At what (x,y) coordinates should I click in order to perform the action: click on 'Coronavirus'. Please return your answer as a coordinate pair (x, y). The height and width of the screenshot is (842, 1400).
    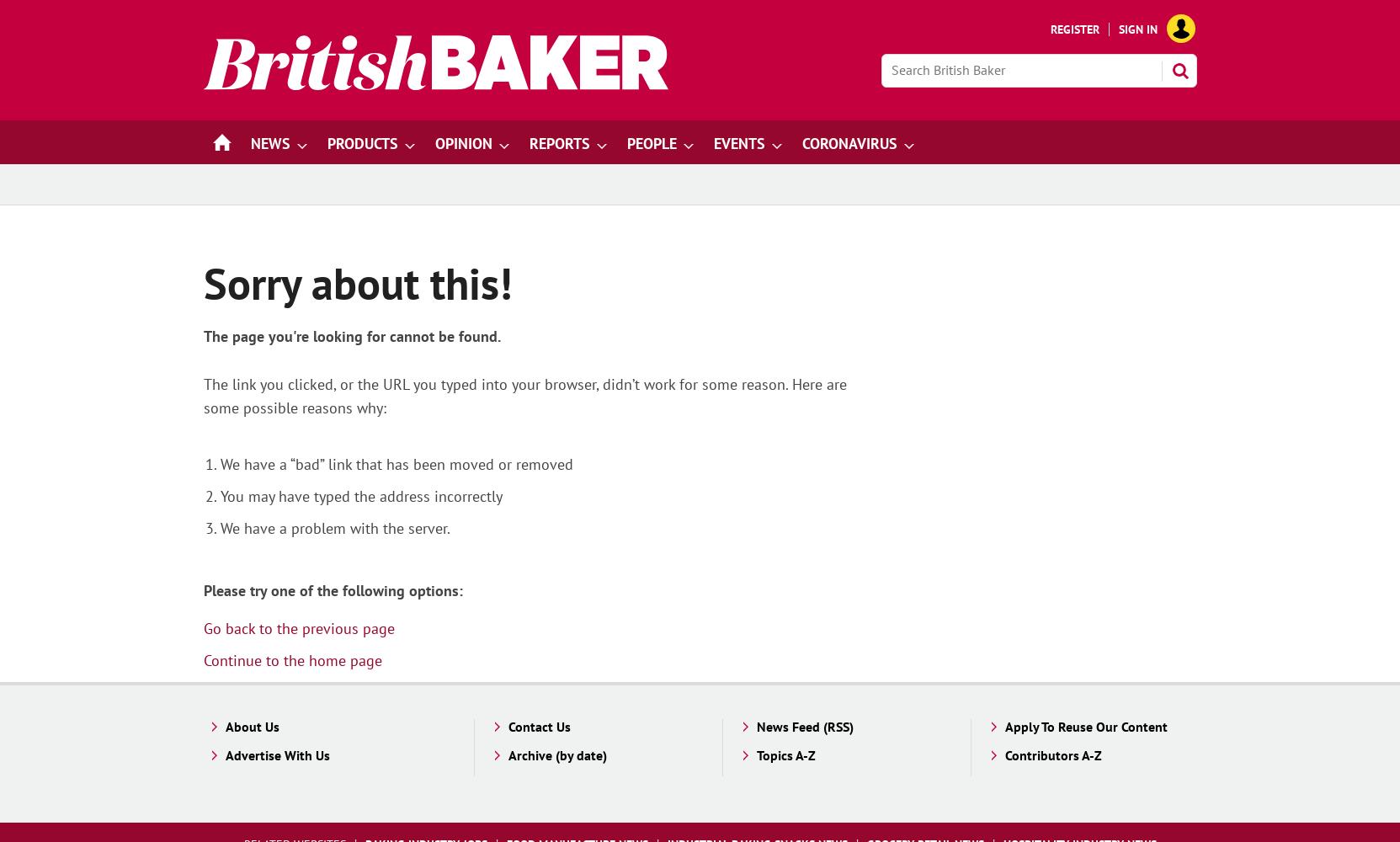
    Looking at the image, I should click on (849, 143).